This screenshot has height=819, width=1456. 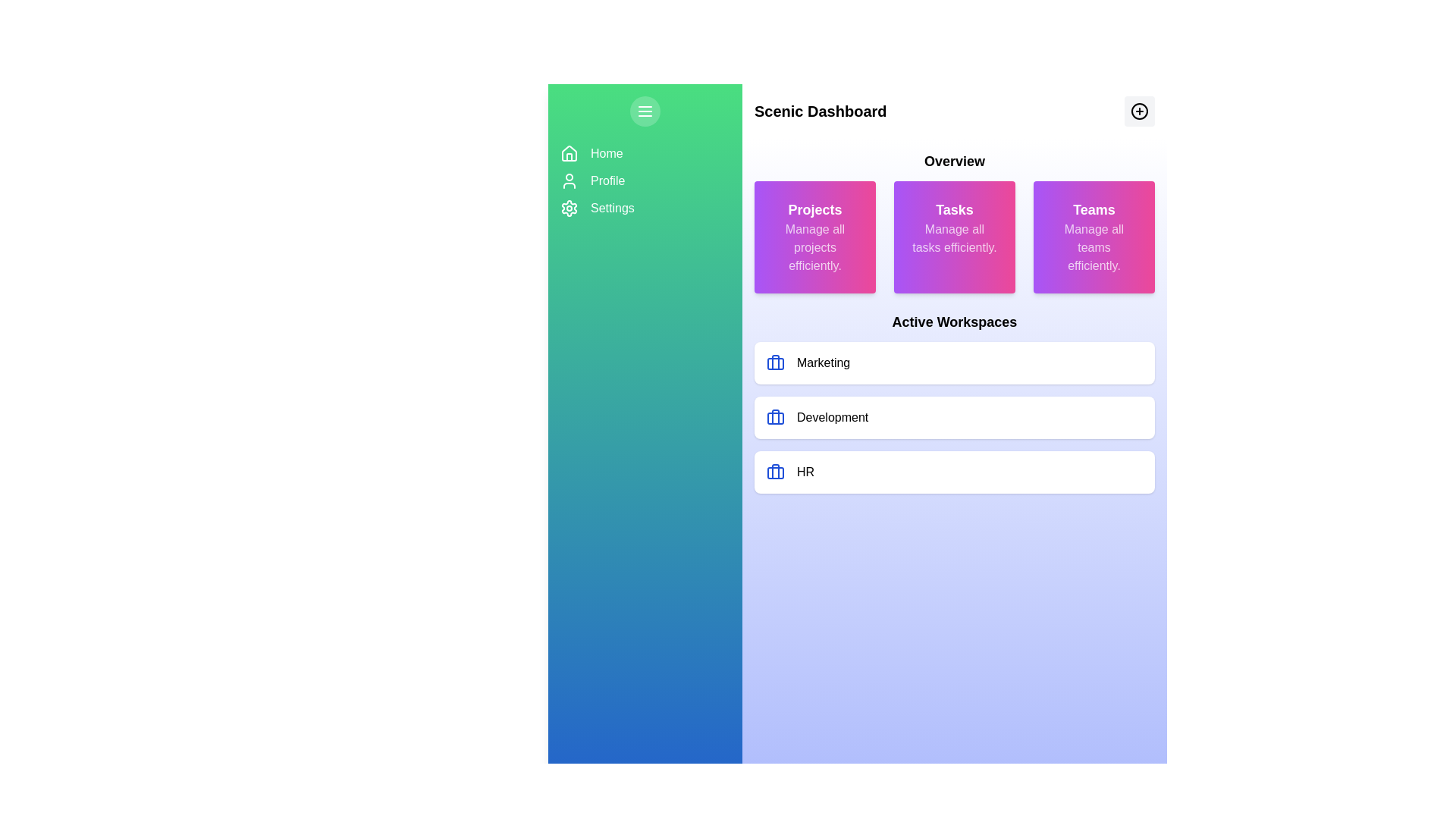 I want to click on the 'Settings' text label in the vertical navigation sidebar for keyboard navigation, so click(x=612, y=208).